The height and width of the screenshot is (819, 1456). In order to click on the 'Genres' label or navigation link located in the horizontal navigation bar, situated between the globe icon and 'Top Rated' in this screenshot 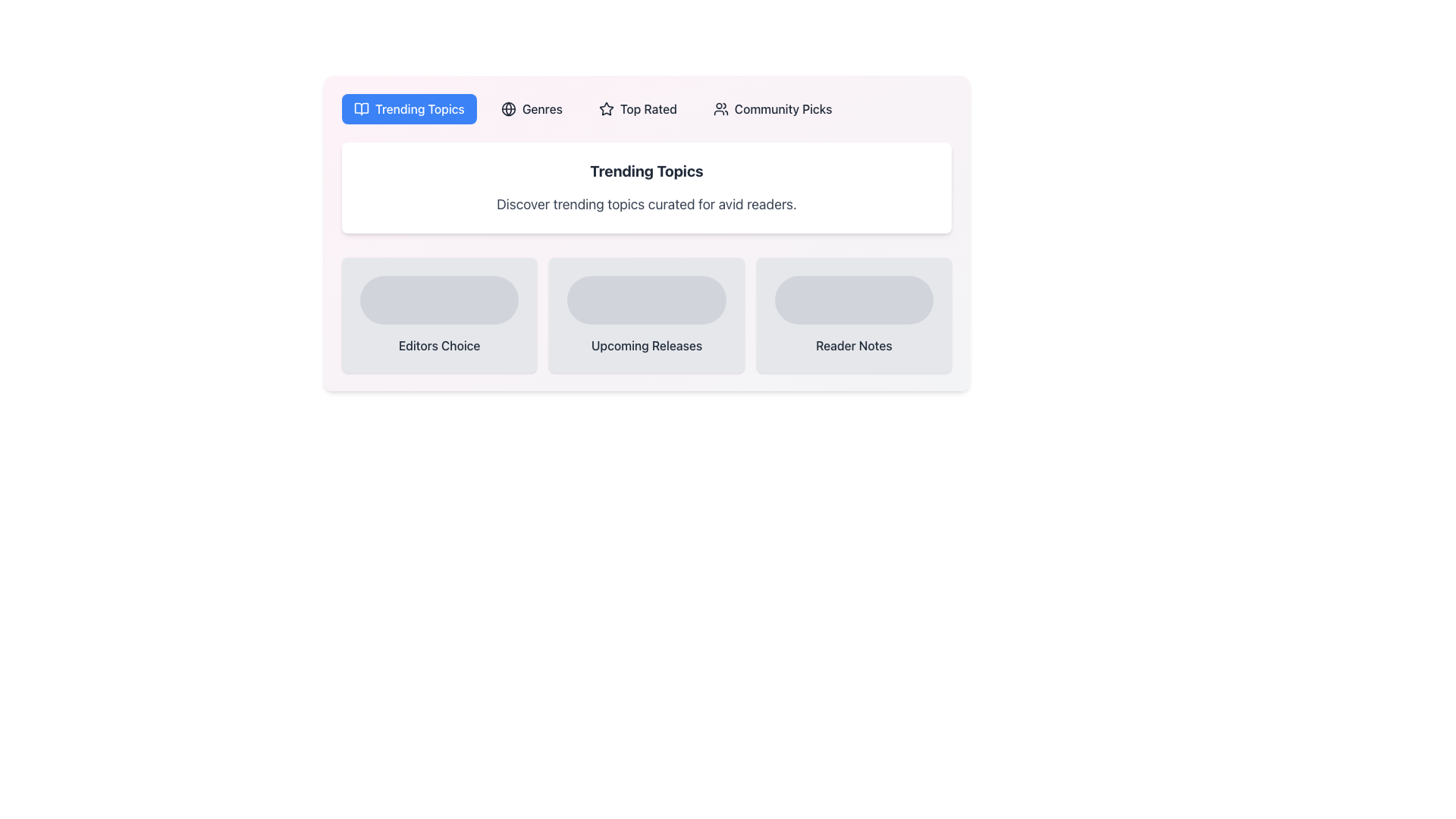, I will do `click(542, 108)`.